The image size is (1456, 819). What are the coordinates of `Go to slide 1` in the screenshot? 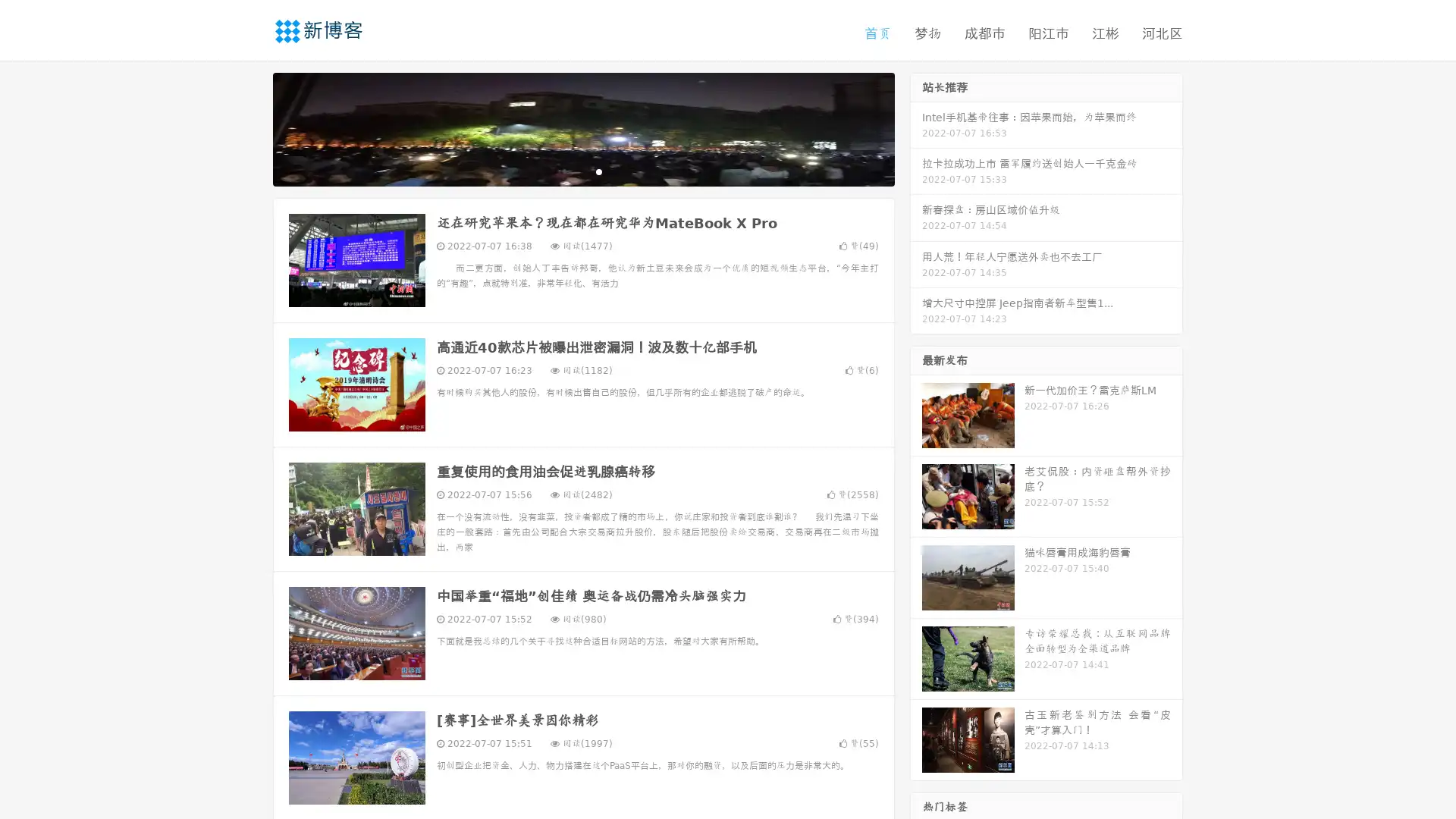 It's located at (567, 171).